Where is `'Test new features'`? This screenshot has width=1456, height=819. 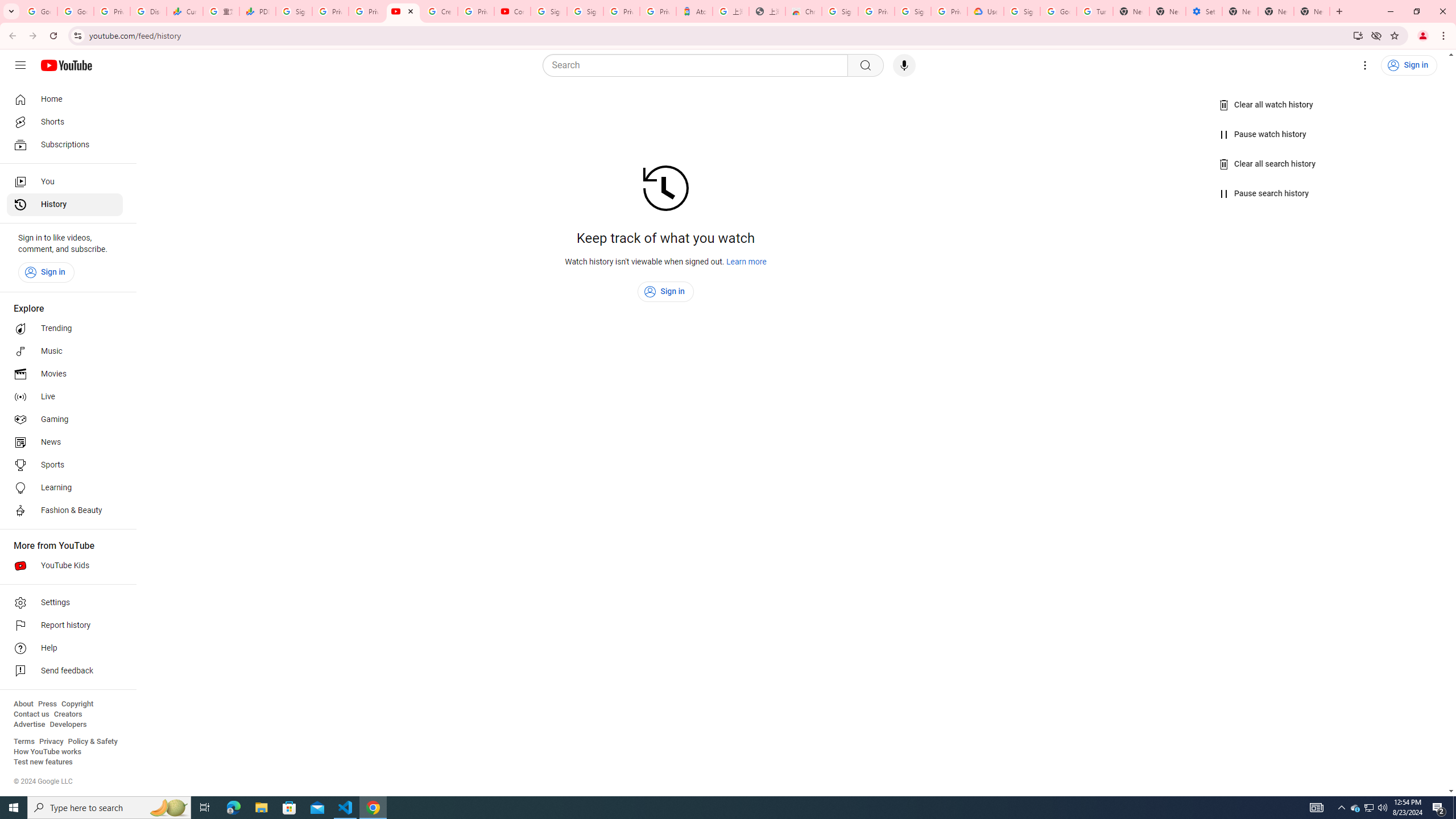 'Test new features' is located at coordinates (42, 761).